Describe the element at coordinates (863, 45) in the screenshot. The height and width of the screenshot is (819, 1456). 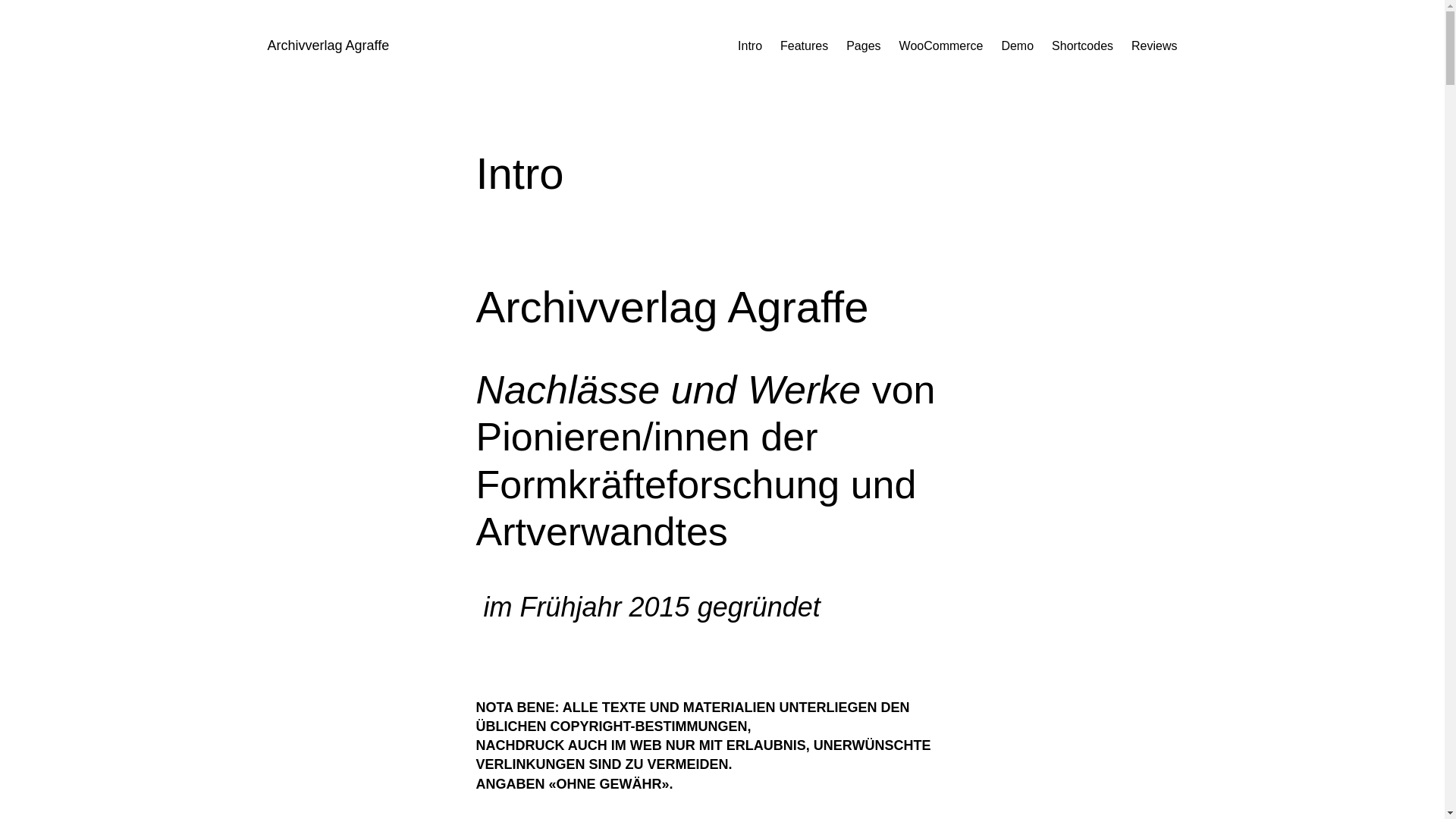
I see `'Pages'` at that location.